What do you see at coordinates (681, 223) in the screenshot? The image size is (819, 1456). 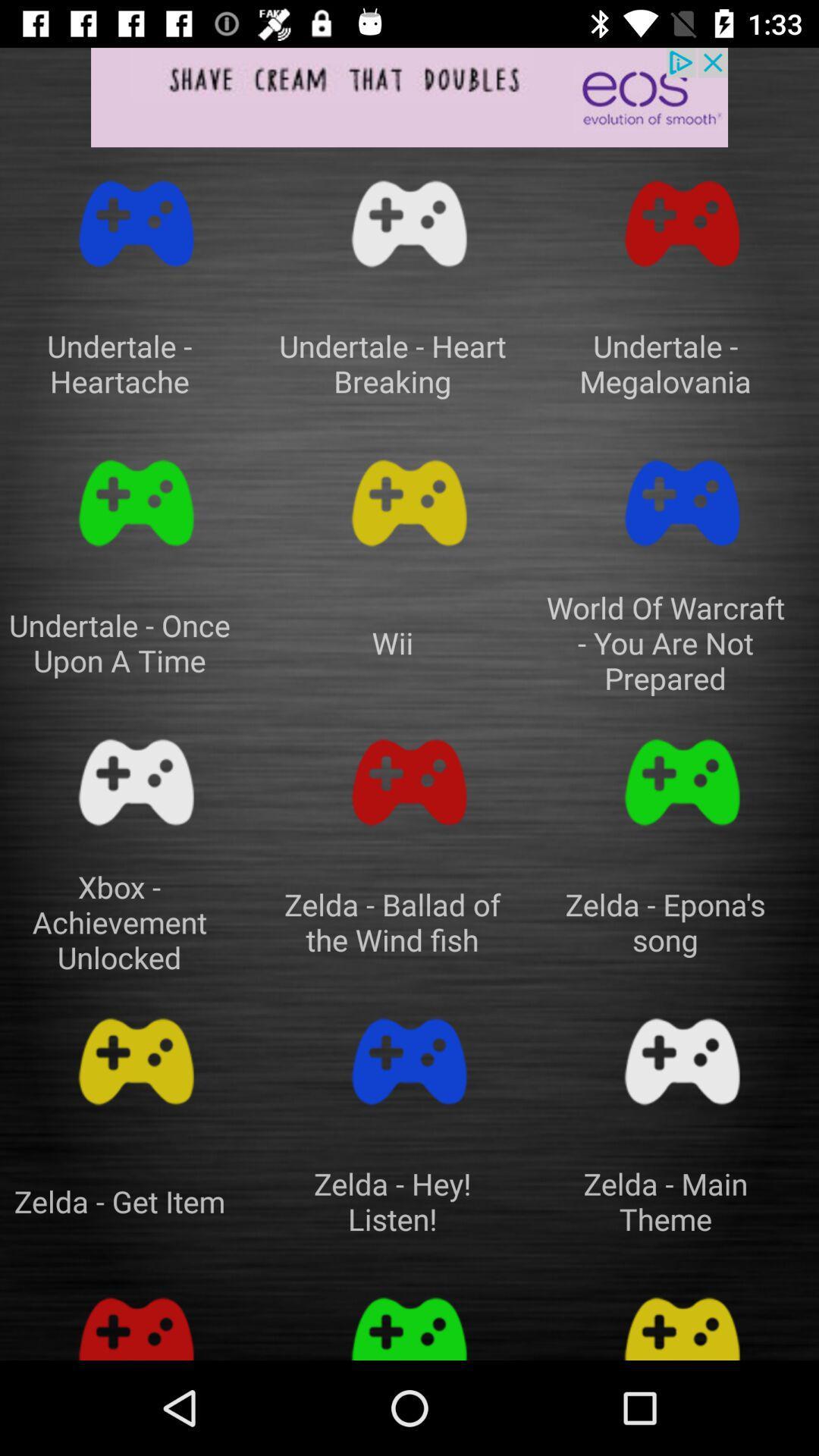 I see `open game` at bounding box center [681, 223].